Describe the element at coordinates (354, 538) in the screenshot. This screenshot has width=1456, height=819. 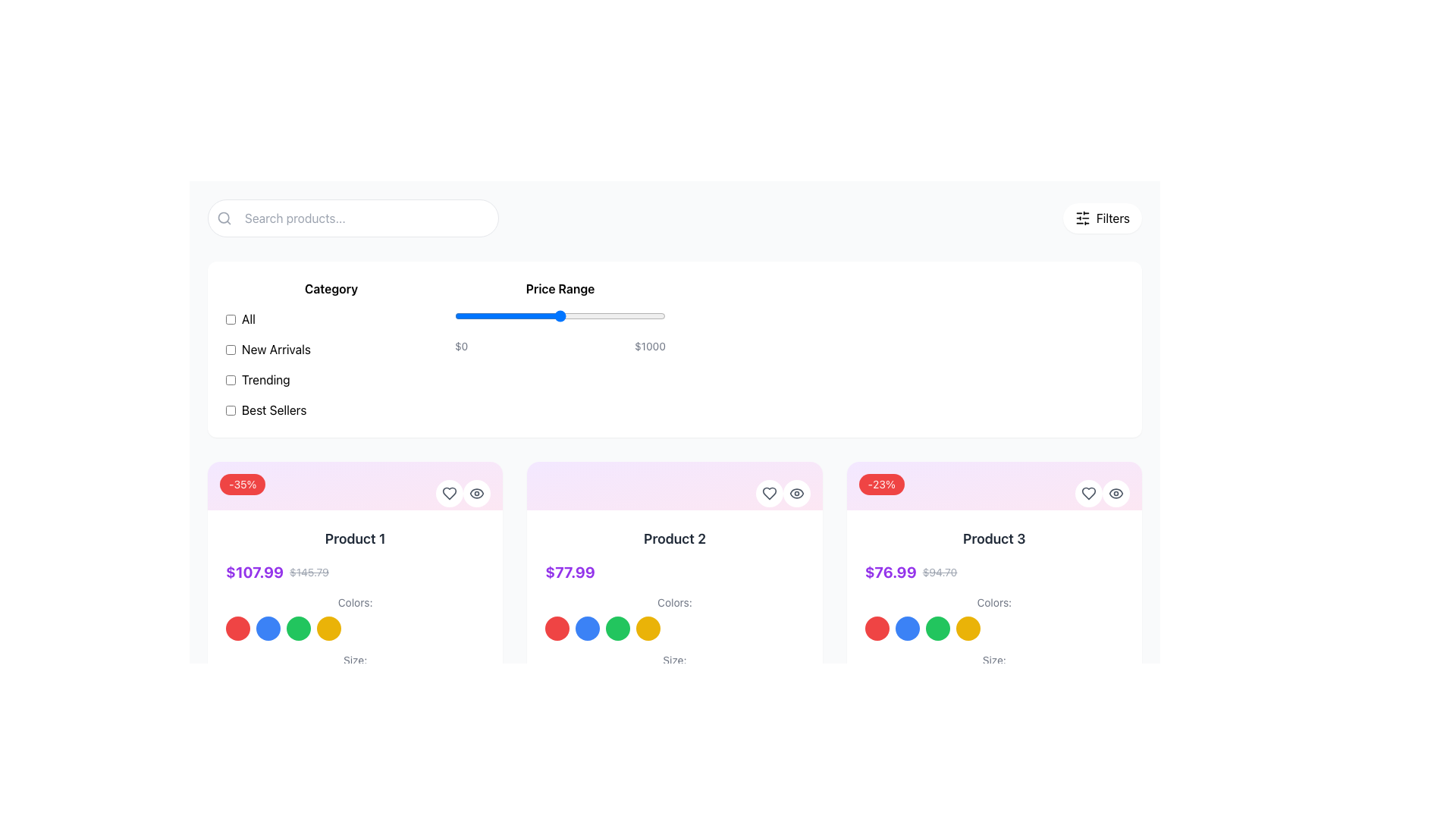
I see `the text label displaying 'Product 1' in bold, dark gray font at the top of the product card` at that location.